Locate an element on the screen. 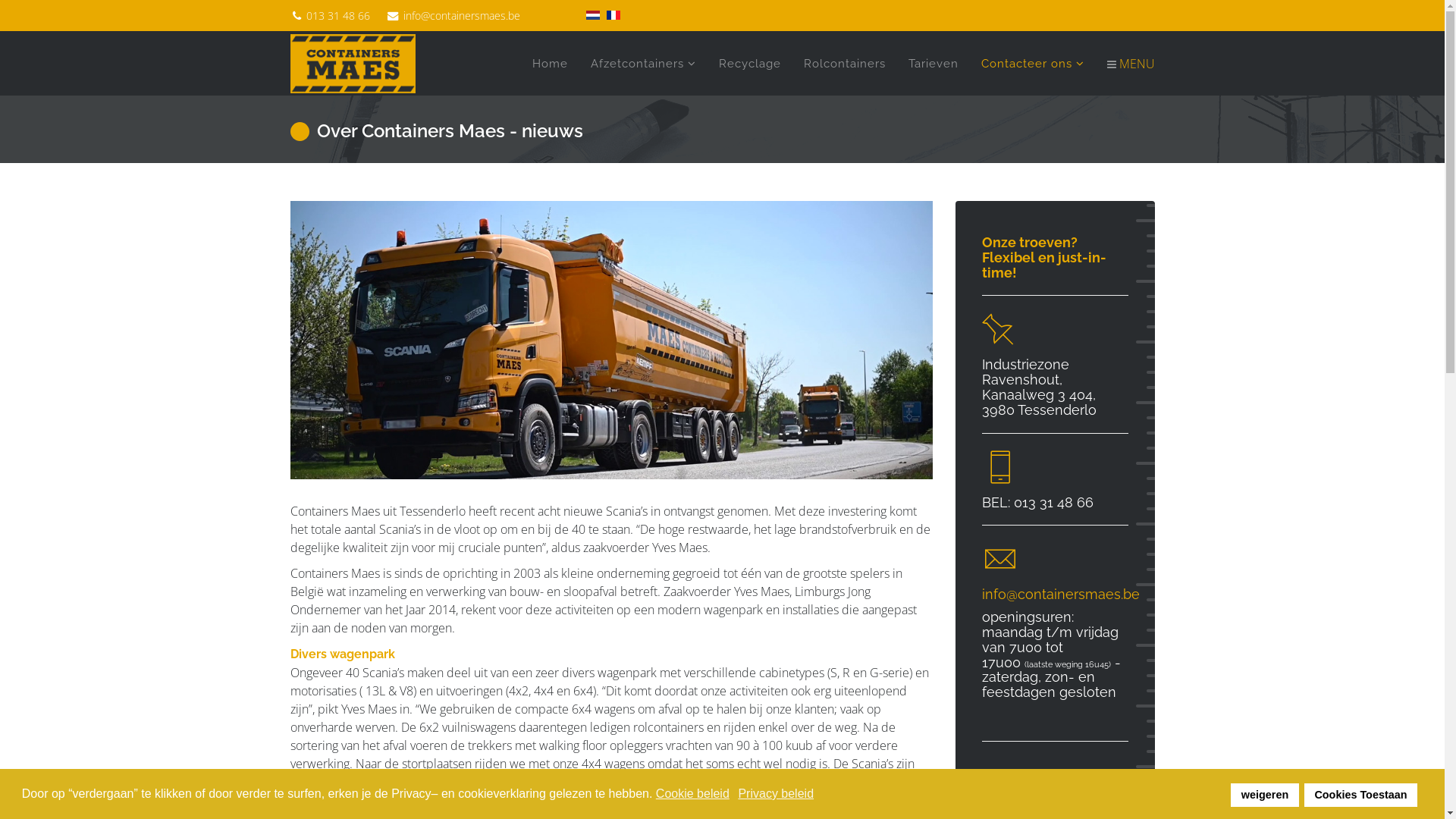 The height and width of the screenshot is (819, 1456). 'weigeren' is located at coordinates (1264, 794).